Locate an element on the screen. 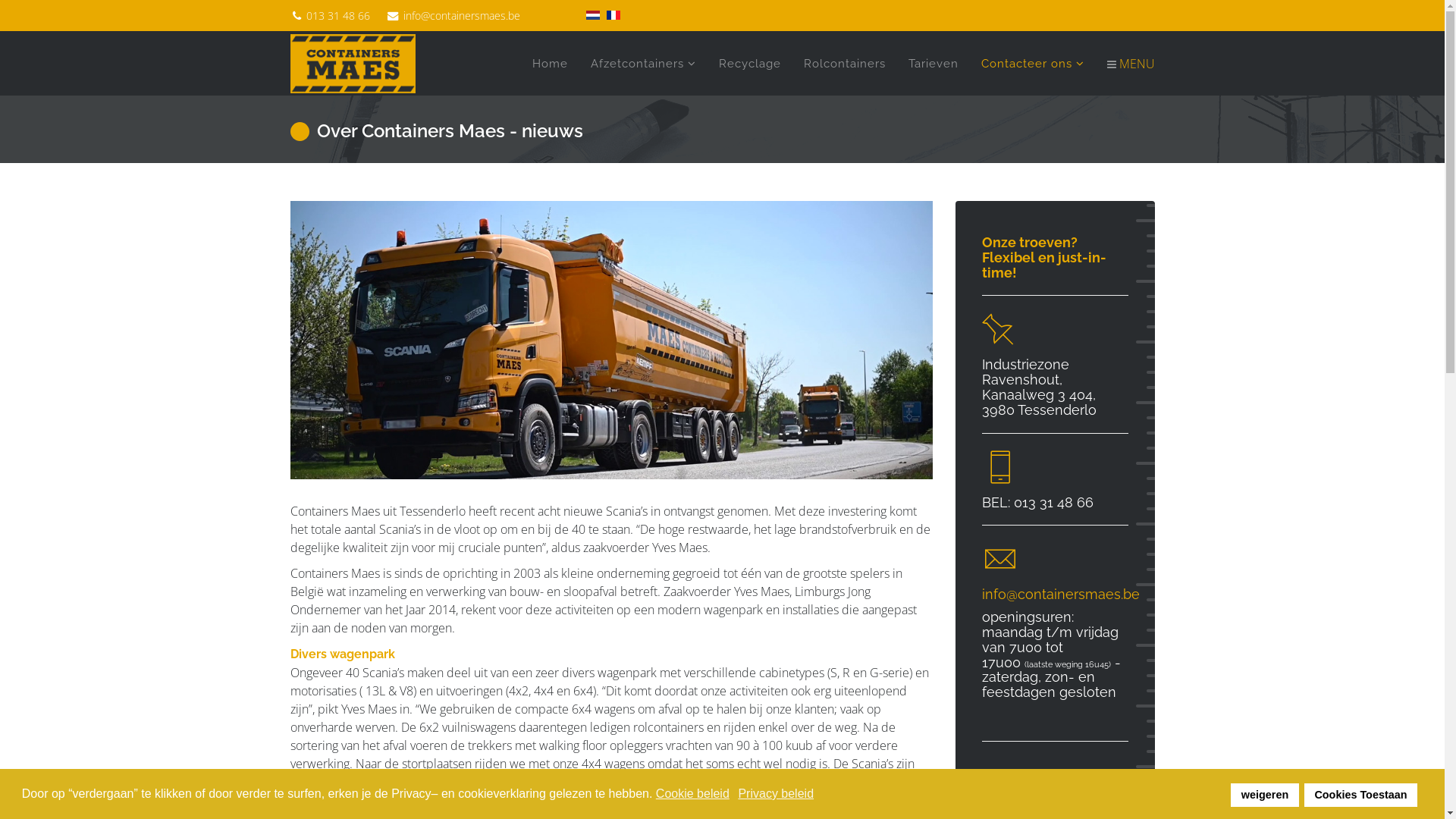 The height and width of the screenshot is (819, 1456). 'weigeren' is located at coordinates (1264, 794).